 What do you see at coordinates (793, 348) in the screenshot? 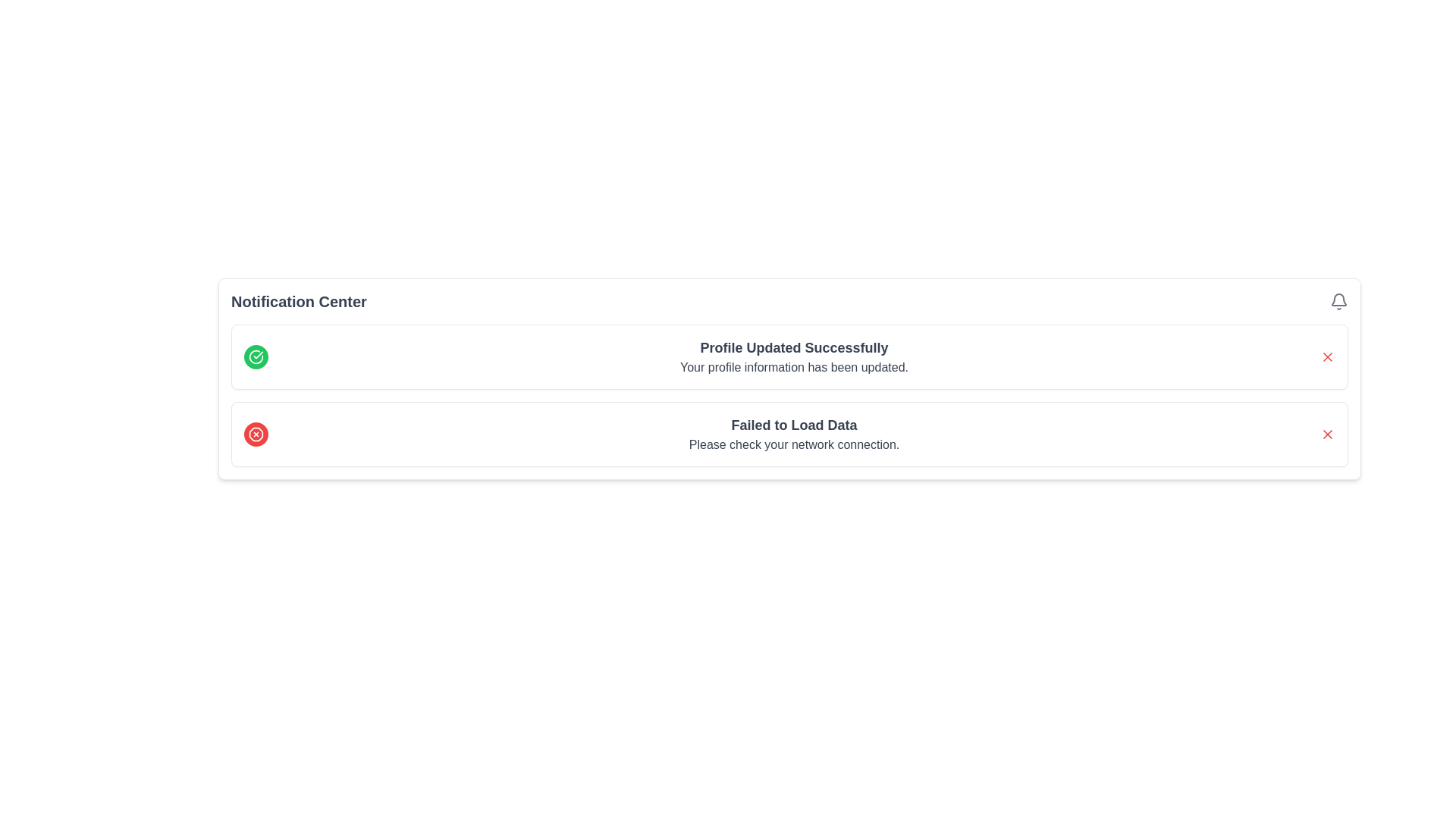
I see `the confirmation text label that notifies the user of a successful profile update` at bounding box center [793, 348].